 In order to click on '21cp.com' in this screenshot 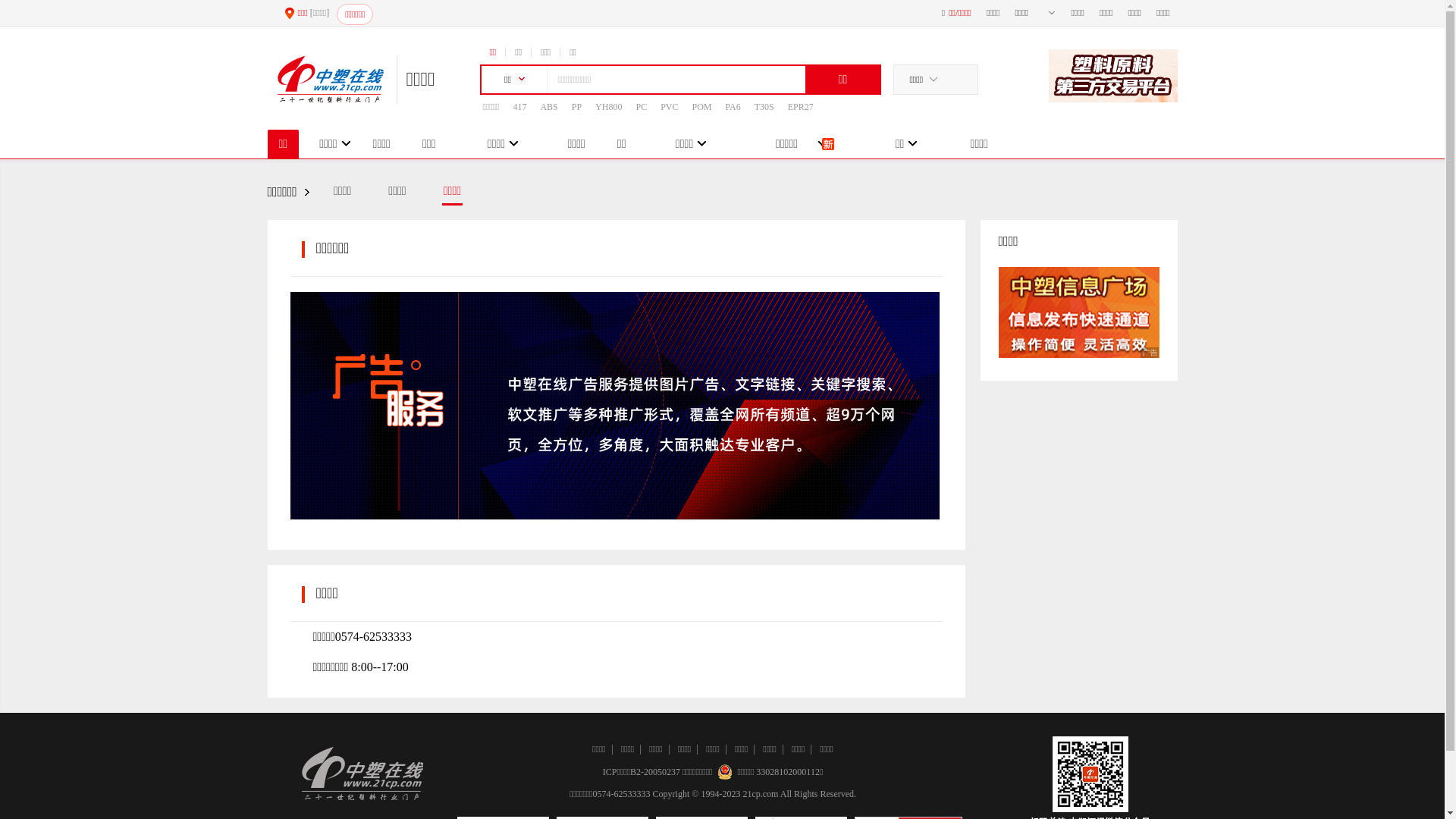, I will do `click(760, 792)`.